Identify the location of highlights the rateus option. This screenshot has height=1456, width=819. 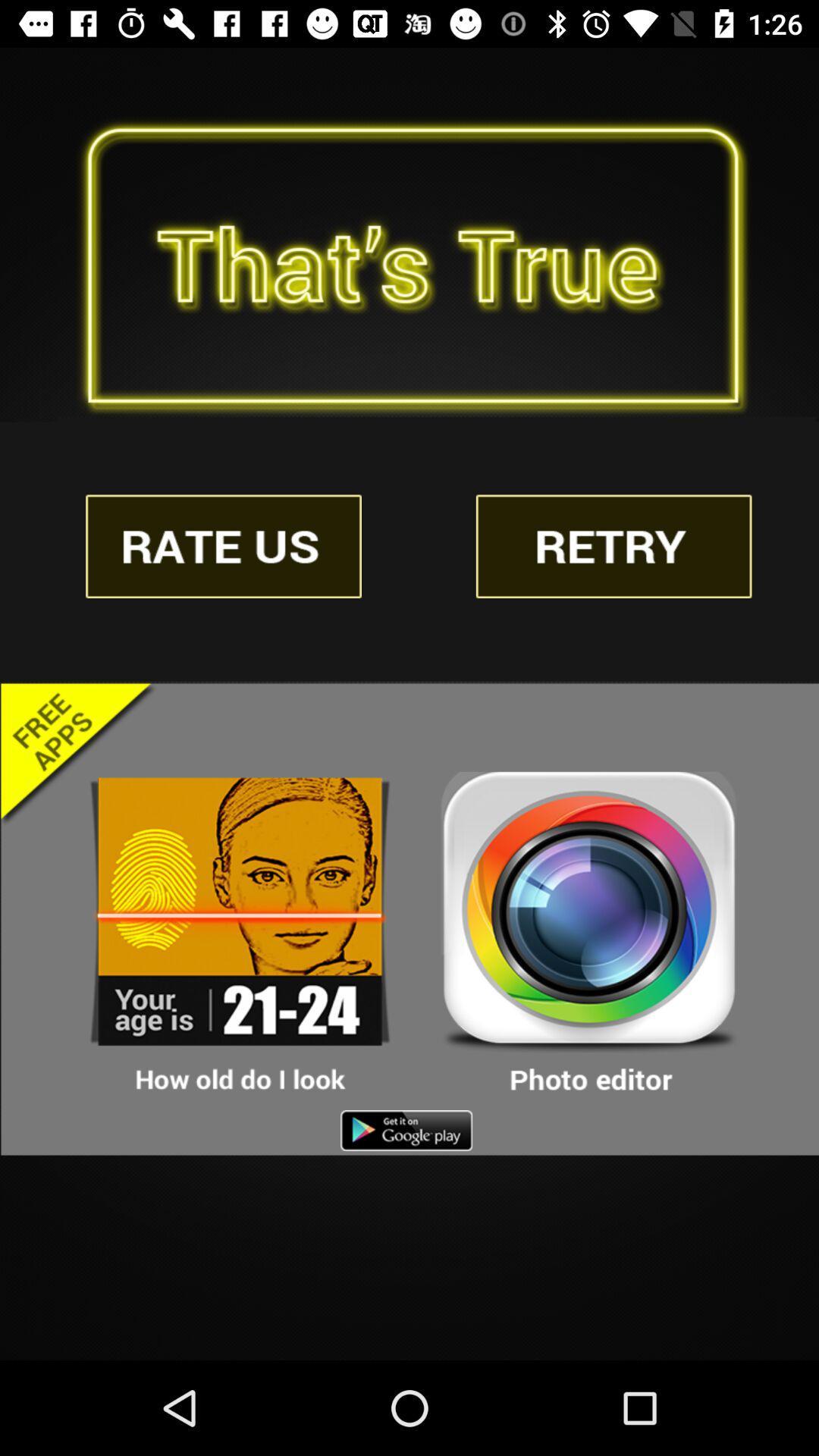
(224, 546).